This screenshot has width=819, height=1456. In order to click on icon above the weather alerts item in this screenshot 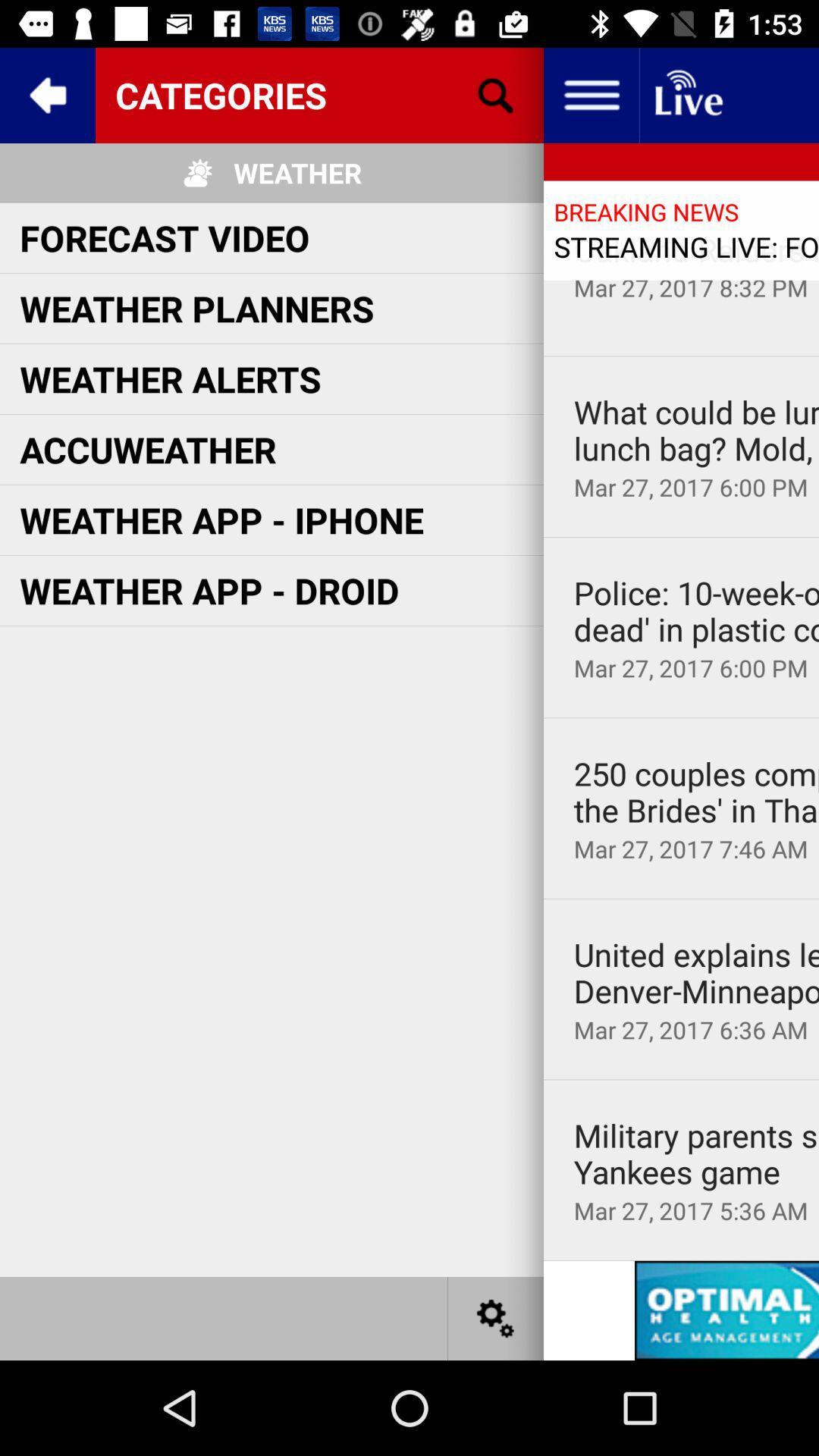, I will do `click(196, 307)`.